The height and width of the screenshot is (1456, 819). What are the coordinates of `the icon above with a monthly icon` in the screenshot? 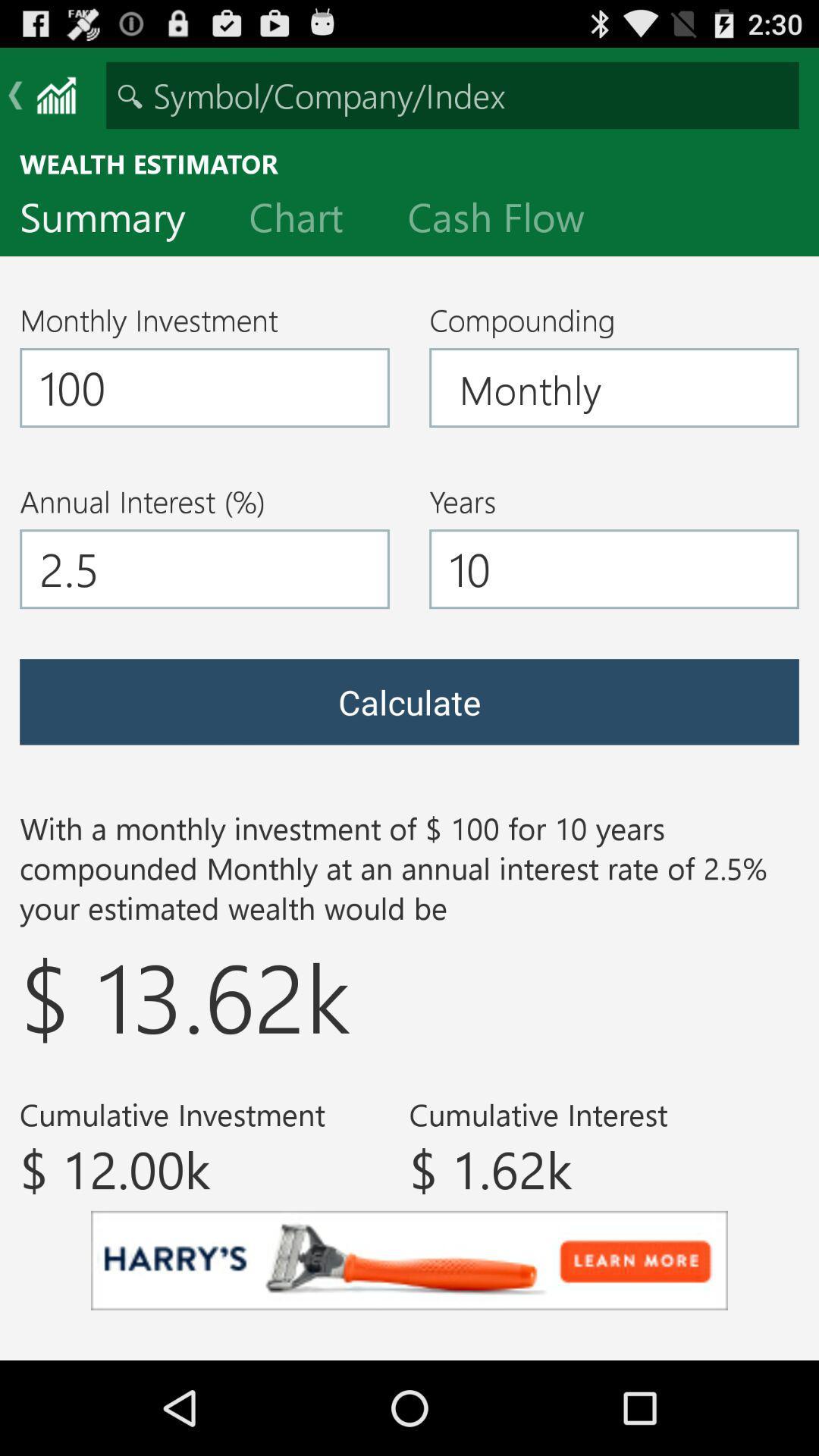 It's located at (409, 701).